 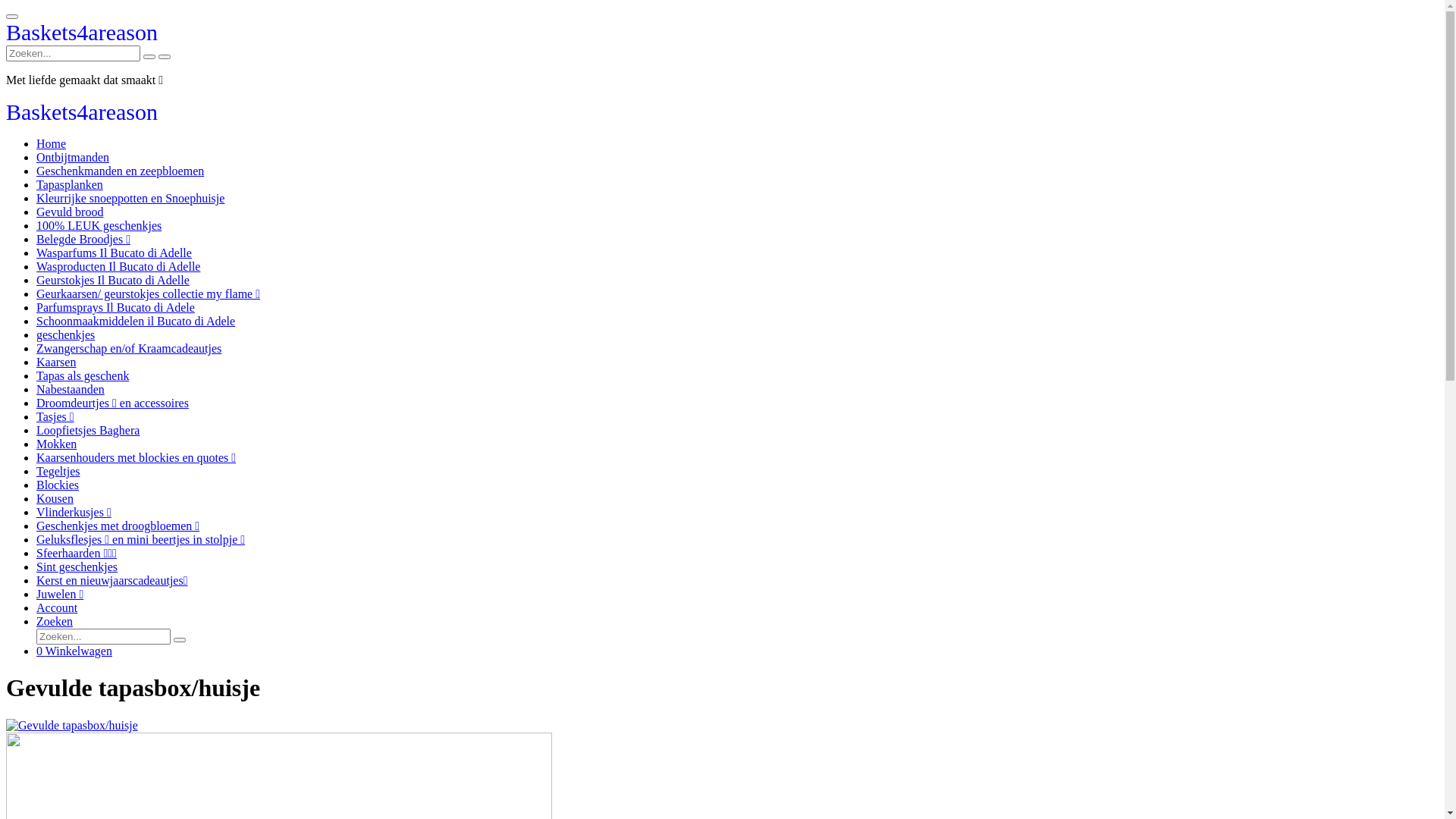 I want to click on 'Wasproducten Il Bucato di Adelle', so click(x=36, y=265).